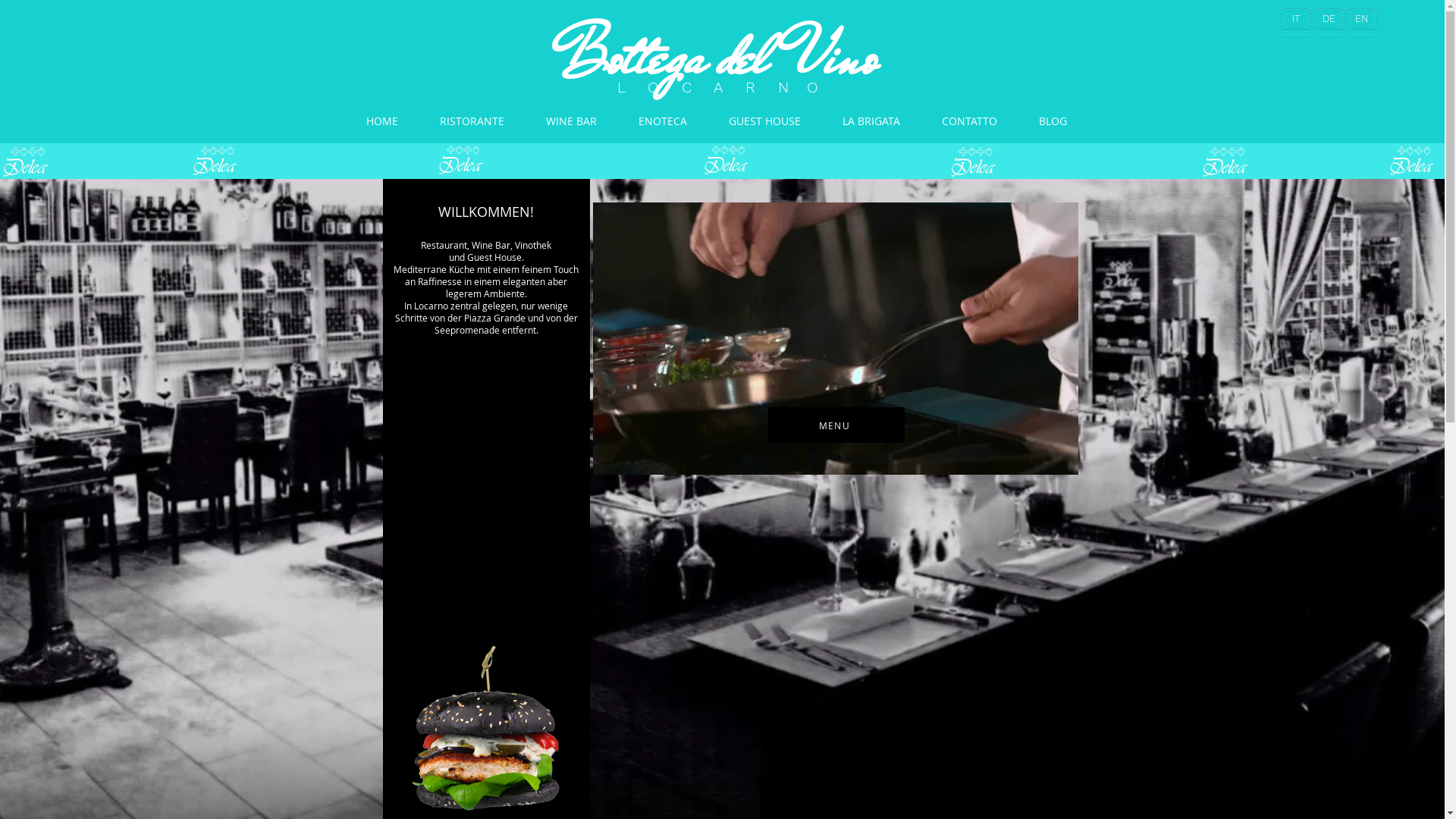 The height and width of the screenshot is (819, 1456). What do you see at coordinates (717, 87) in the screenshot?
I see `'L     O     C     A     R     N    O'` at bounding box center [717, 87].